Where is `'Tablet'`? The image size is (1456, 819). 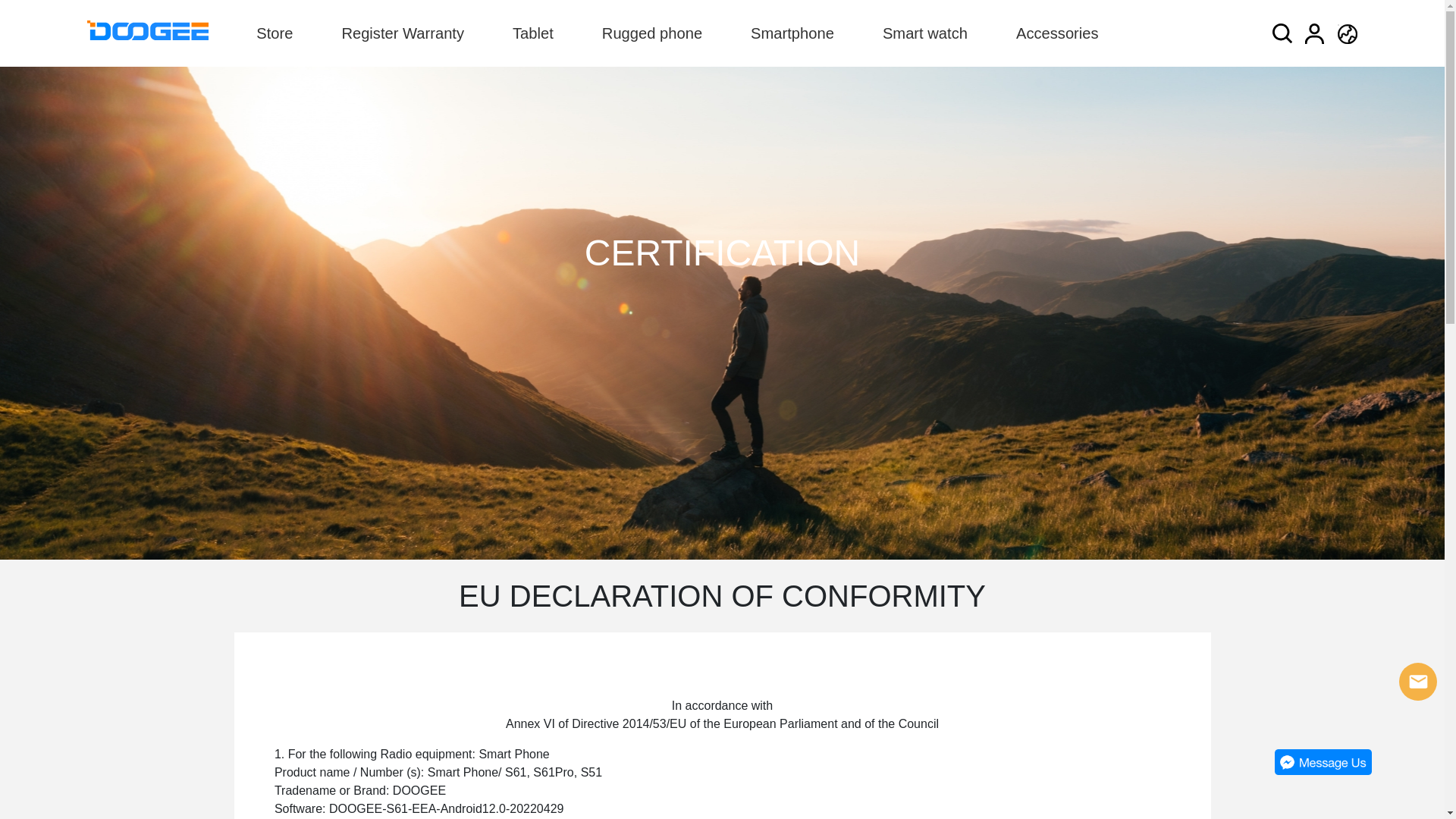 'Tablet' is located at coordinates (532, 33).